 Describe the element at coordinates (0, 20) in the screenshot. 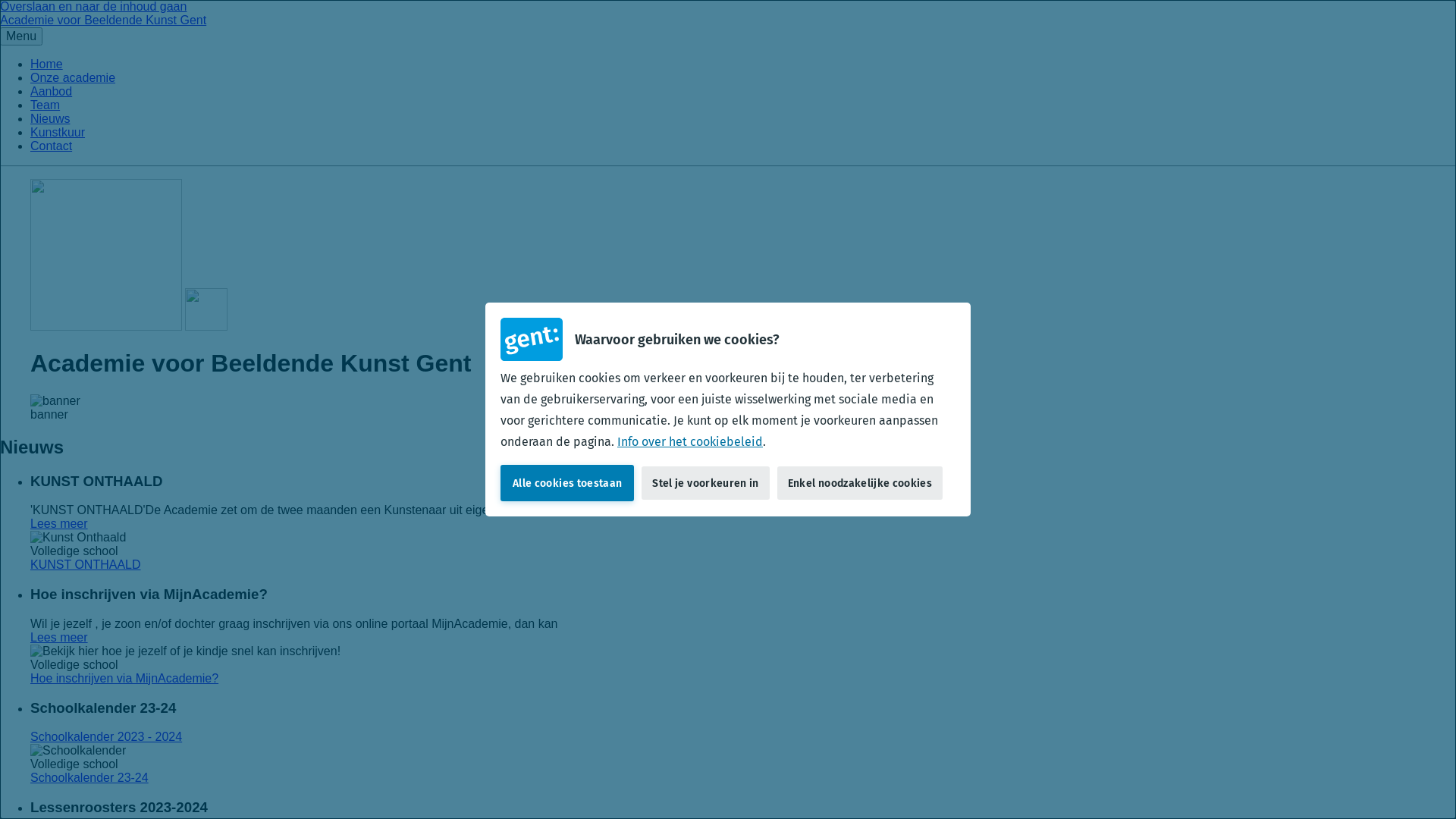

I see `'Academie voor Beeldende Kunst Gent'` at that location.